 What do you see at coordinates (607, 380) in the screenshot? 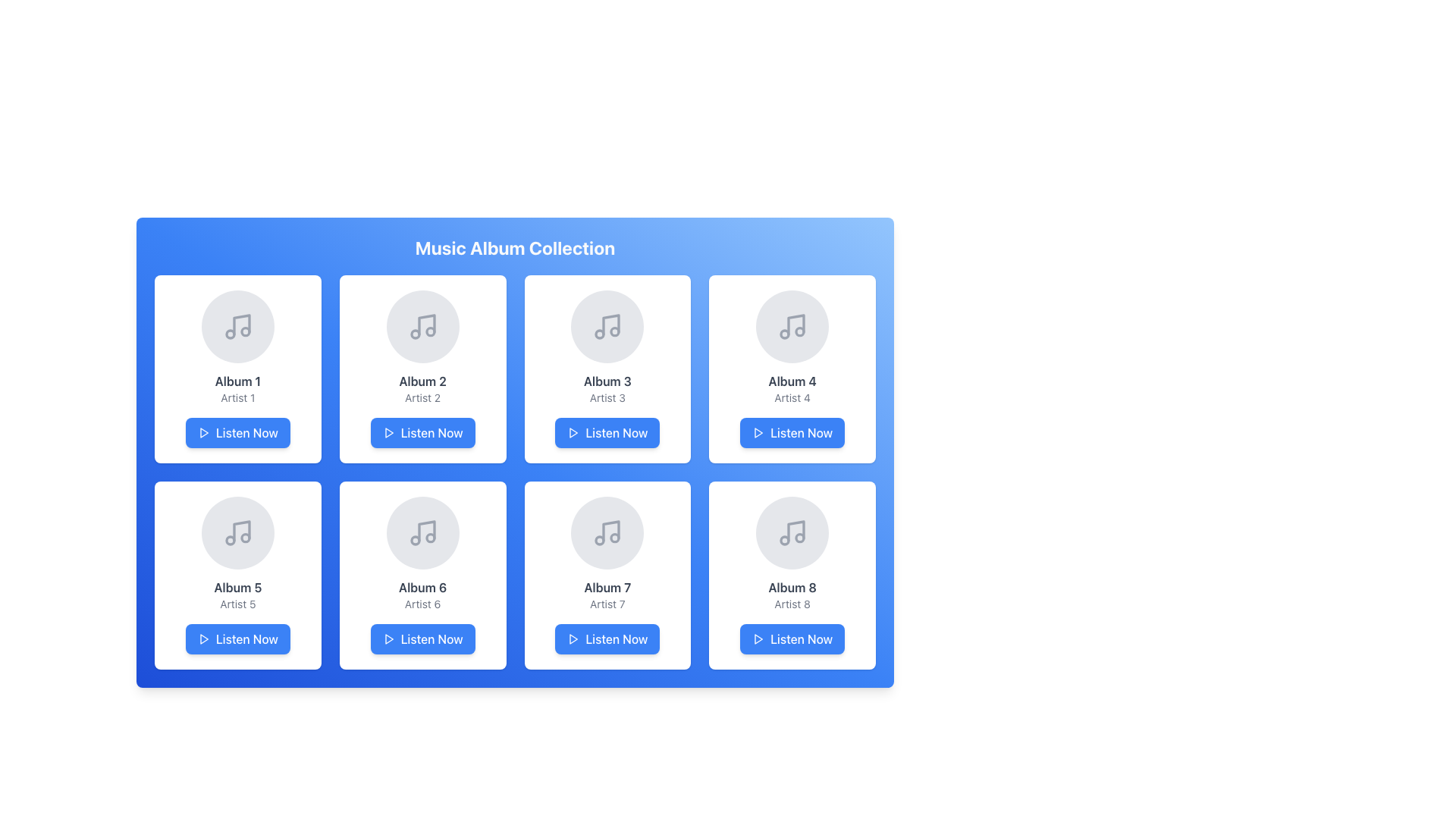
I see `the 'Album 3' text label, which is displayed in bold, dark grey font inside the third card of the top row in the music album grid layout` at bounding box center [607, 380].